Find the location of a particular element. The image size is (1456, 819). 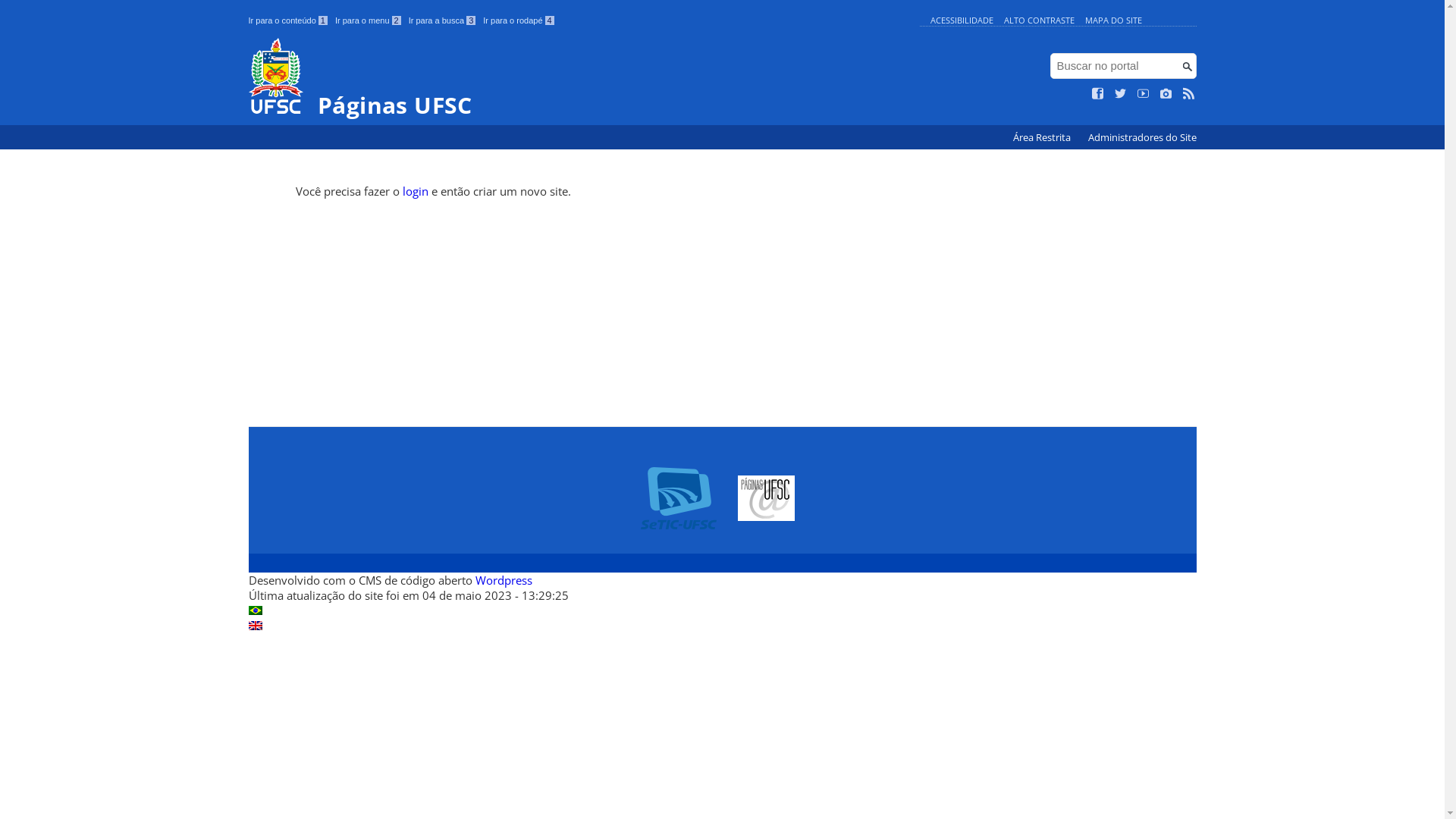

'ALTO CONTRASTE' is located at coordinates (1038, 20).